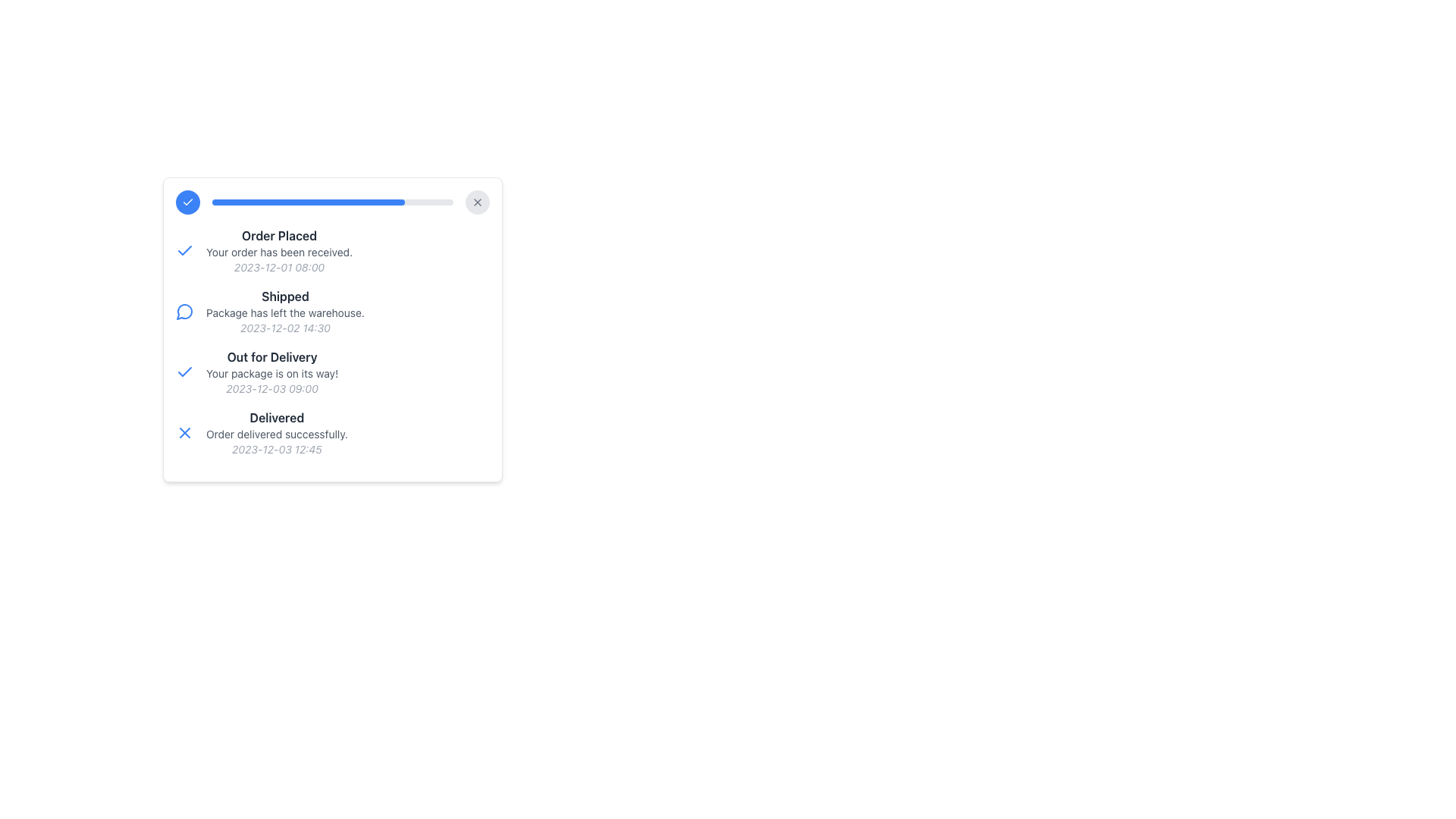 The image size is (1456, 819). Describe the element at coordinates (285, 296) in the screenshot. I see `'Shipped' text label, which is styled in bold gray font and indicates the current status in the progression list between 'Order Placed' and 'Out for Delivery'` at that location.